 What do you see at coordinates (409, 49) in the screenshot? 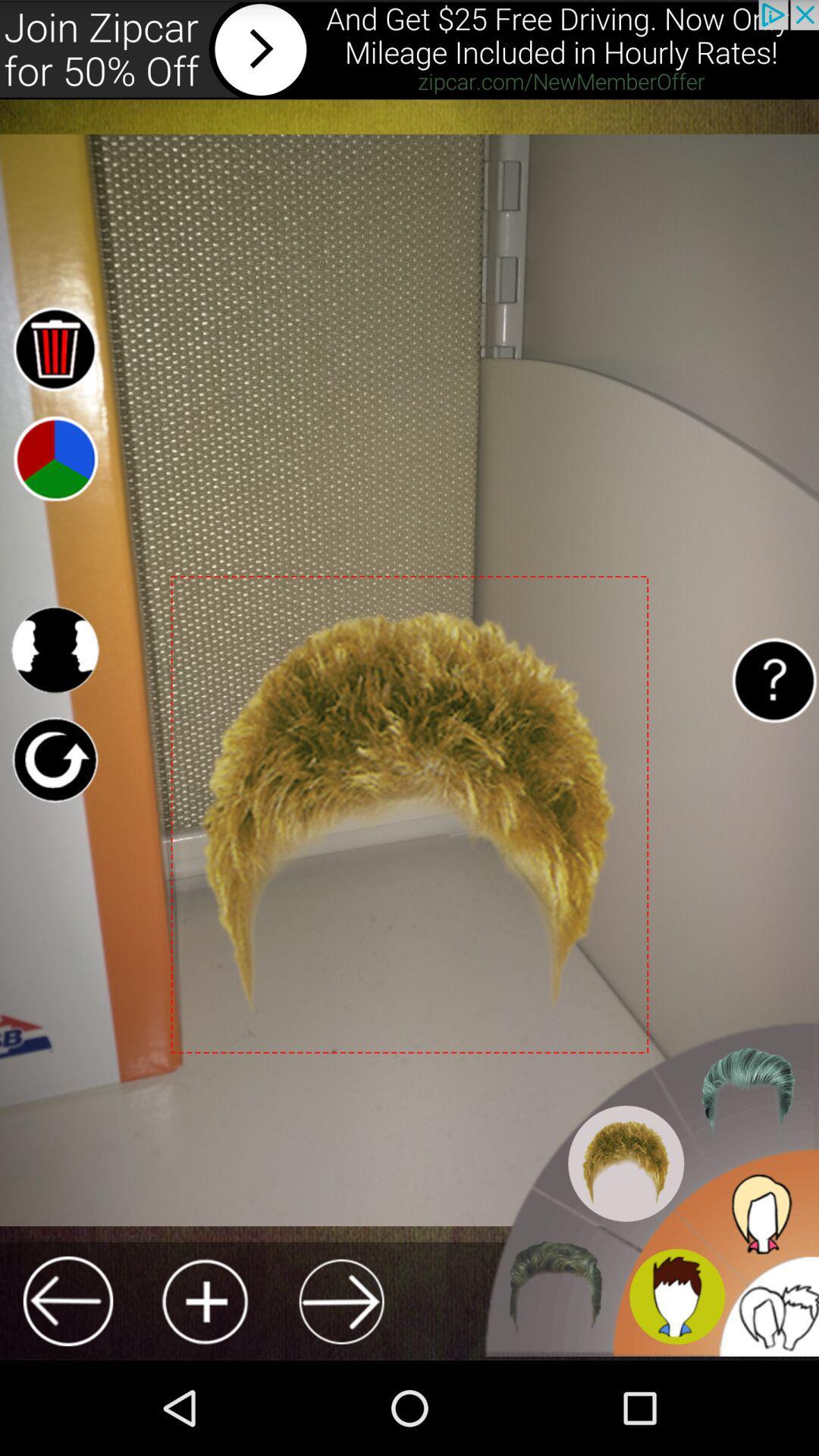
I see `advertisement` at bounding box center [409, 49].